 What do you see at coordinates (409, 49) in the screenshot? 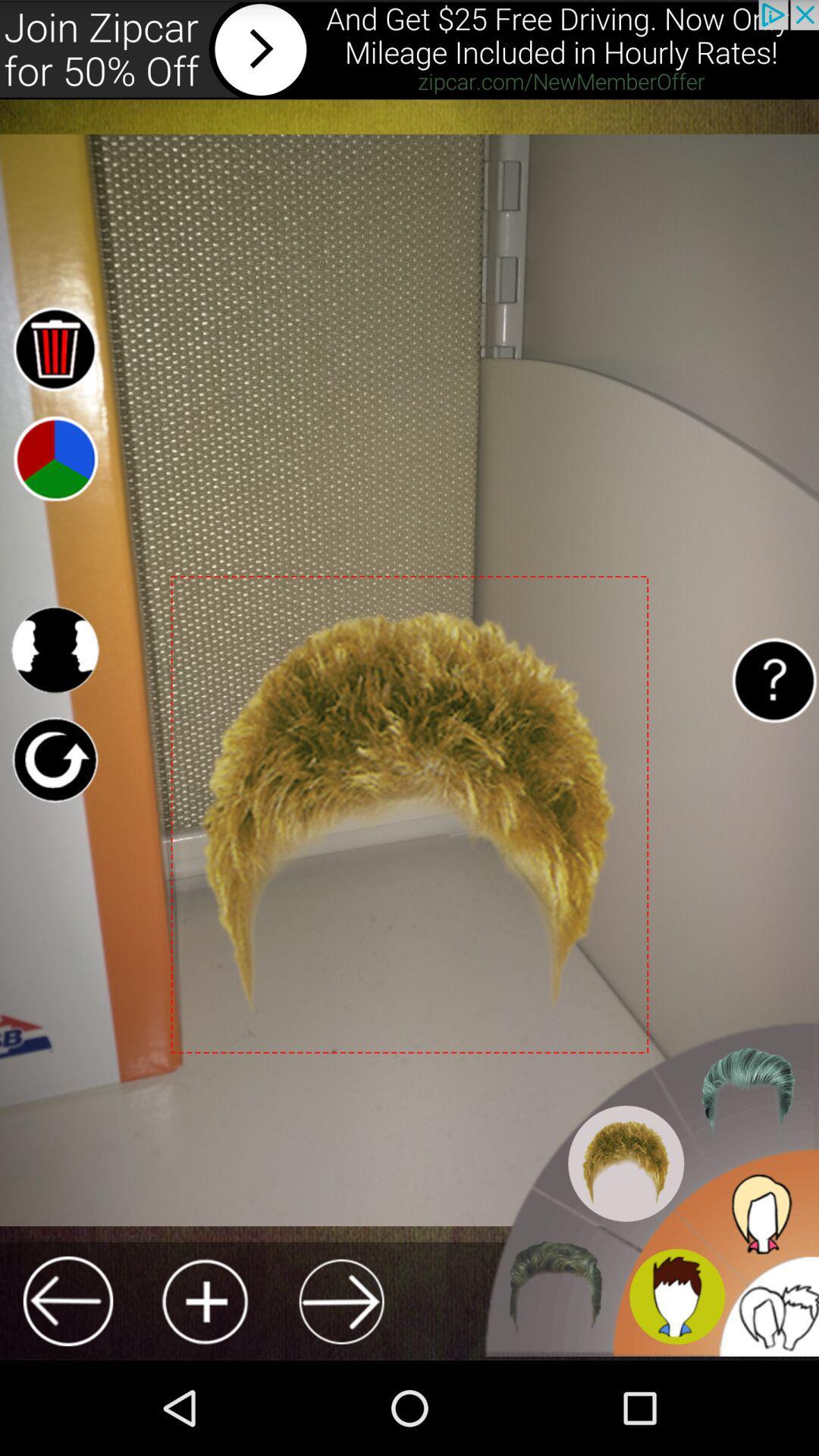
I see `advertisement` at bounding box center [409, 49].